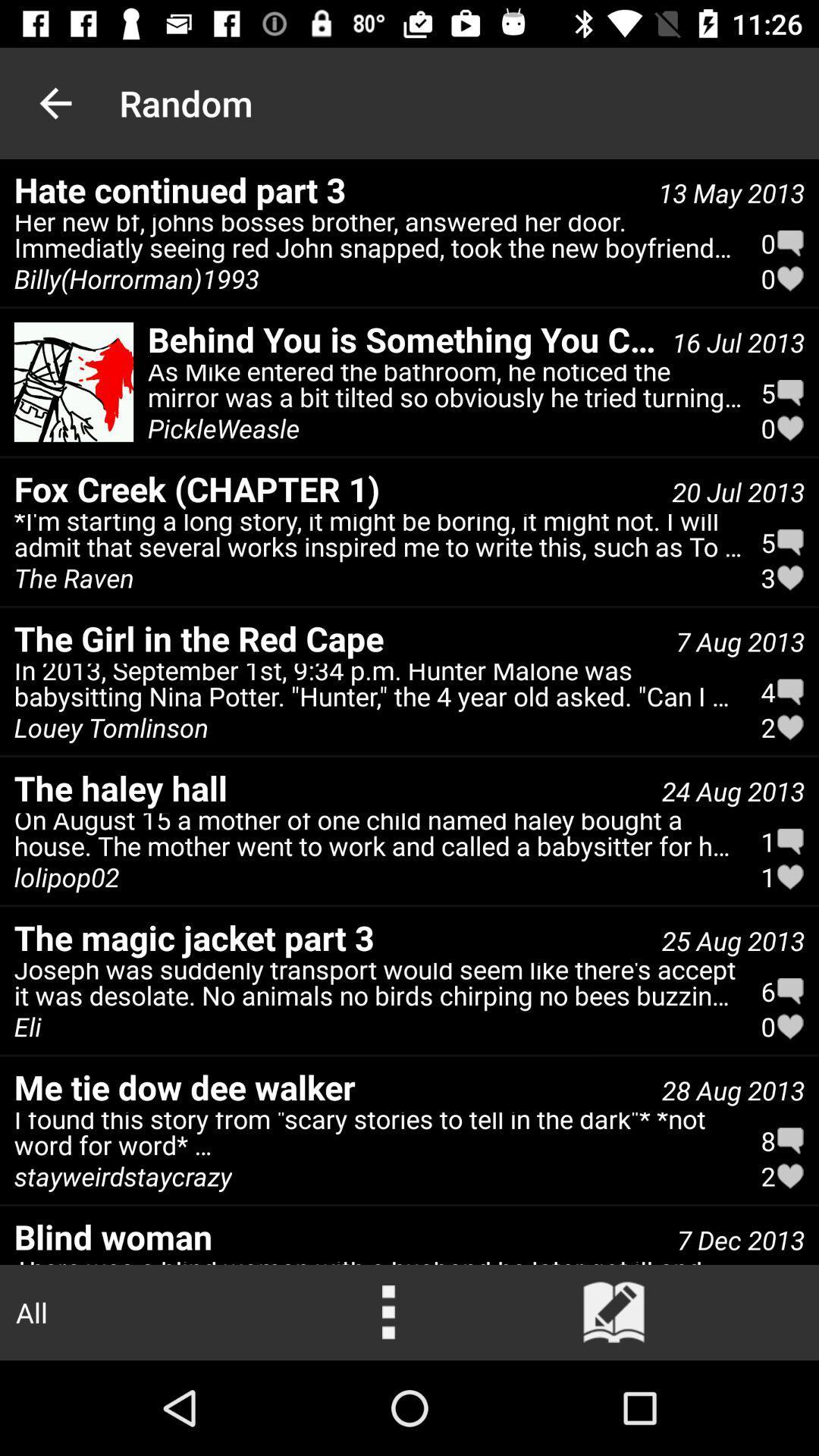 This screenshot has width=819, height=1456. I want to click on write new stories, so click(614, 1312).